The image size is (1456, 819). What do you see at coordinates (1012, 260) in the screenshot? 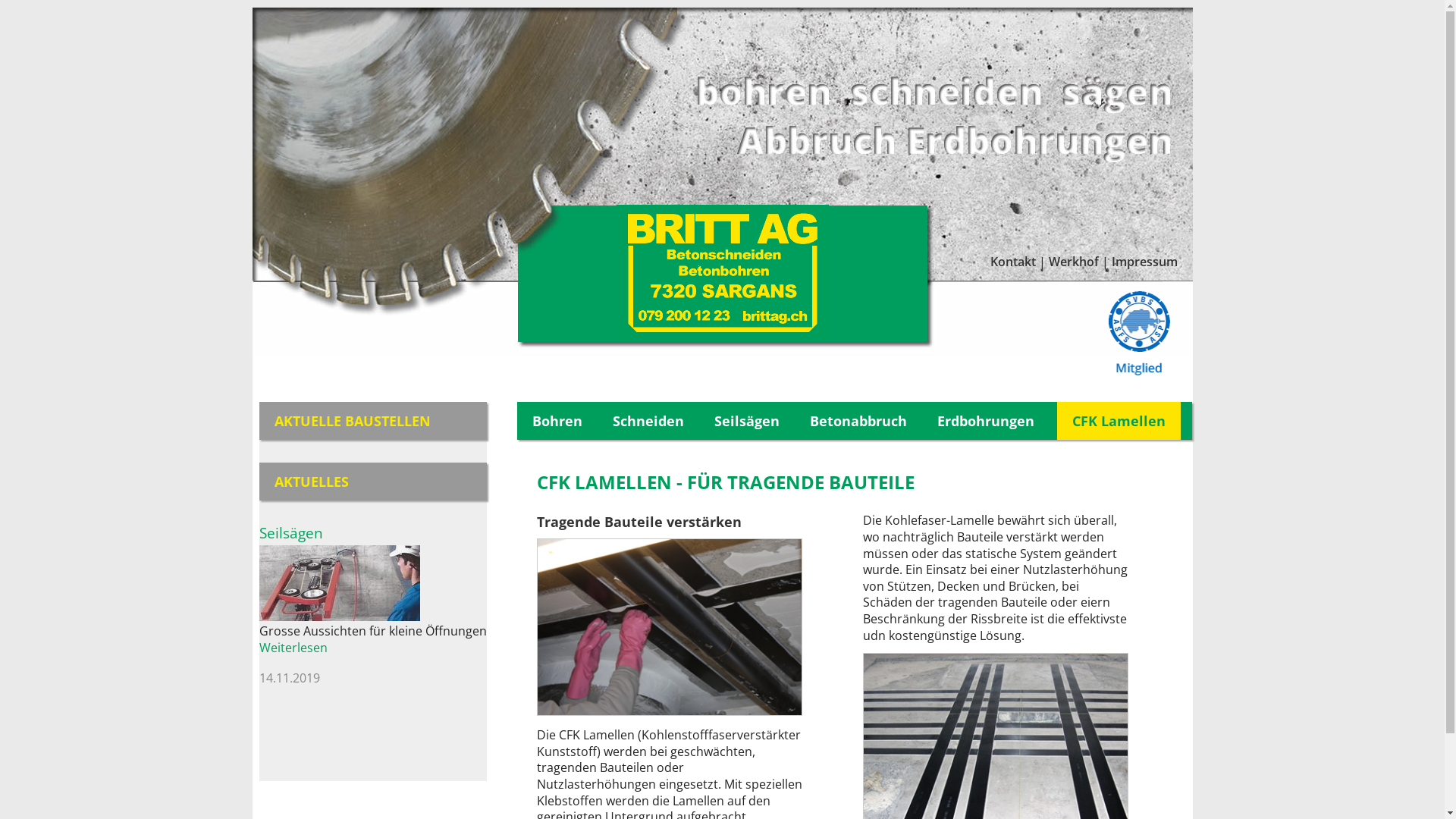
I see `'Kontakt'` at bounding box center [1012, 260].